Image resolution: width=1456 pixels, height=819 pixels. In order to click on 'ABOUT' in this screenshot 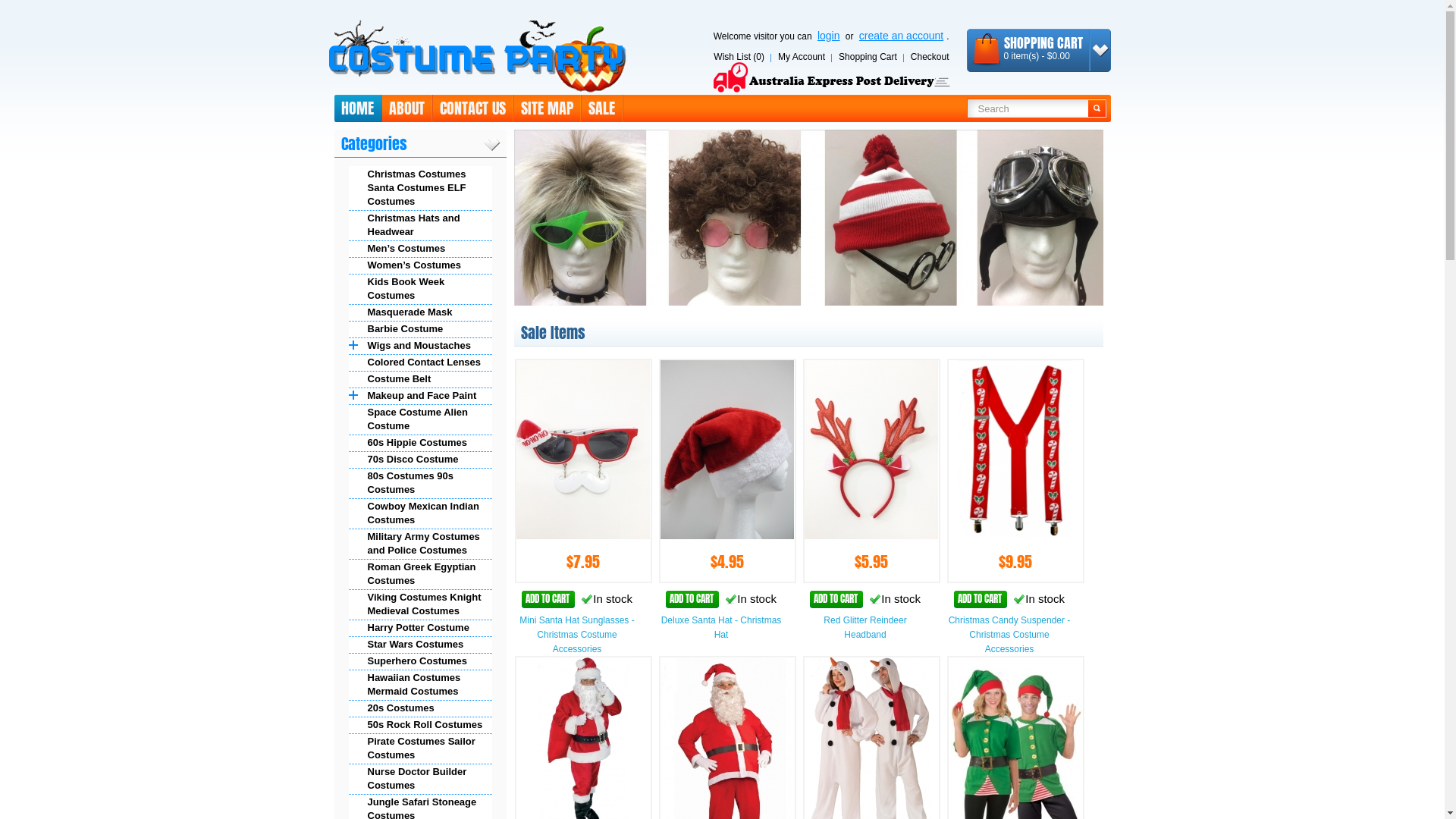, I will do `click(407, 107)`.